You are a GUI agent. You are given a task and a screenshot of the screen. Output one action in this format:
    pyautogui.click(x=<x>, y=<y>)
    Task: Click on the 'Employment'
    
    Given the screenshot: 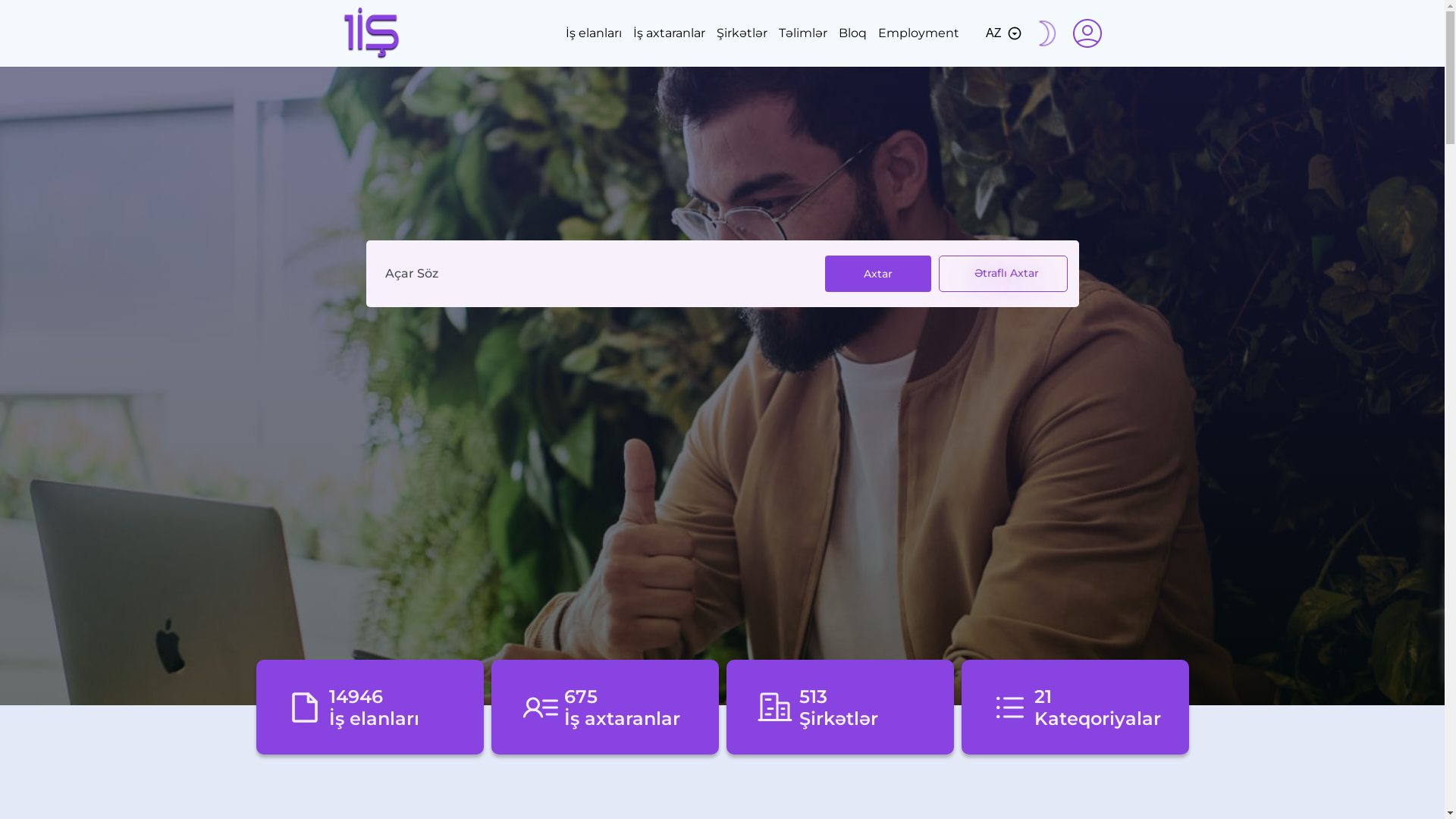 What is the action you would take?
    pyautogui.click(x=918, y=33)
    